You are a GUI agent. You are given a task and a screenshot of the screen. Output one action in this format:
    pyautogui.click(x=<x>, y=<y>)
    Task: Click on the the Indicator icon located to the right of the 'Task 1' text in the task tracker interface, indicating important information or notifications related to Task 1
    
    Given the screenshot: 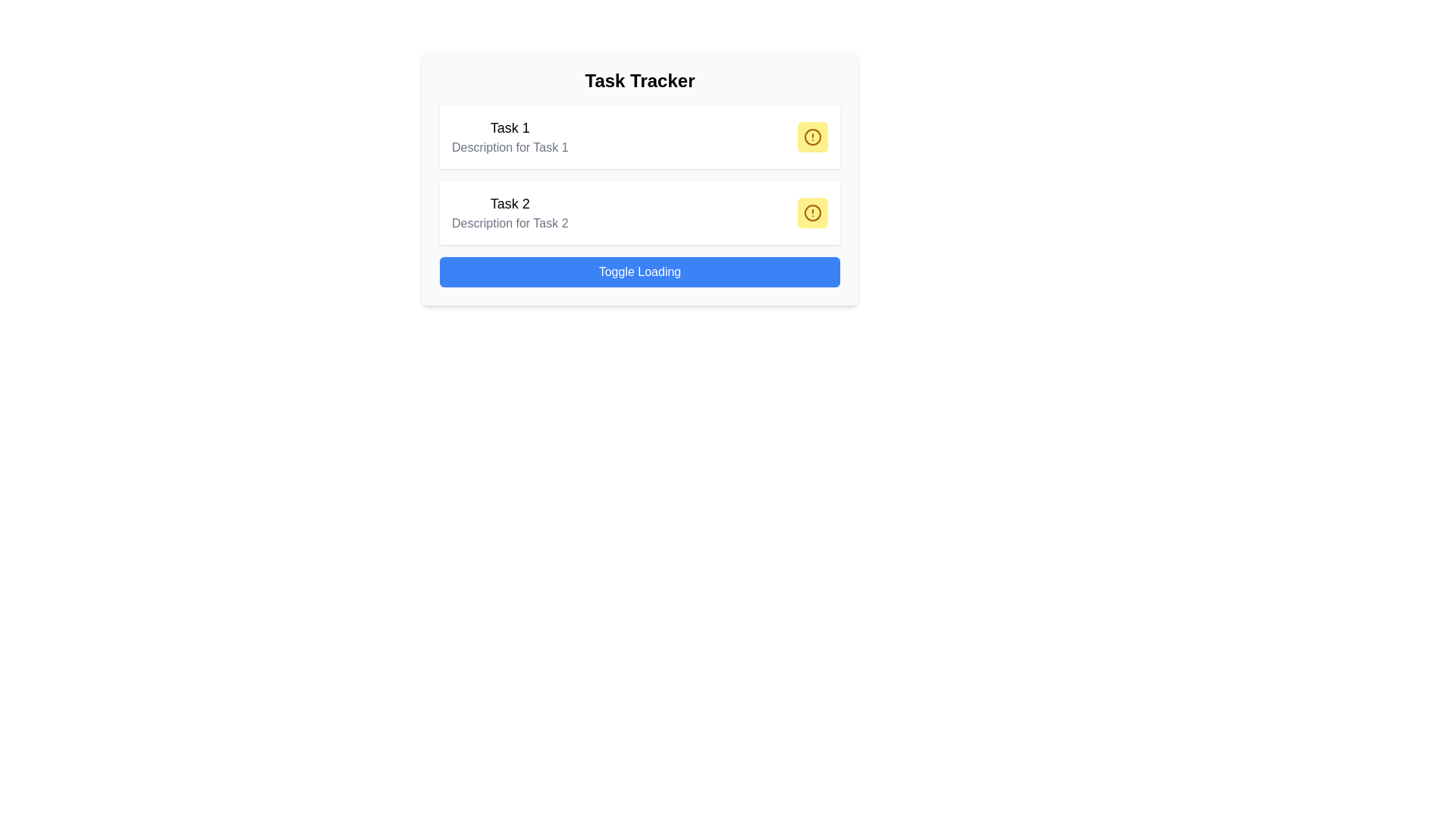 What is the action you would take?
    pyautogui.click(x=811, y=137)
    